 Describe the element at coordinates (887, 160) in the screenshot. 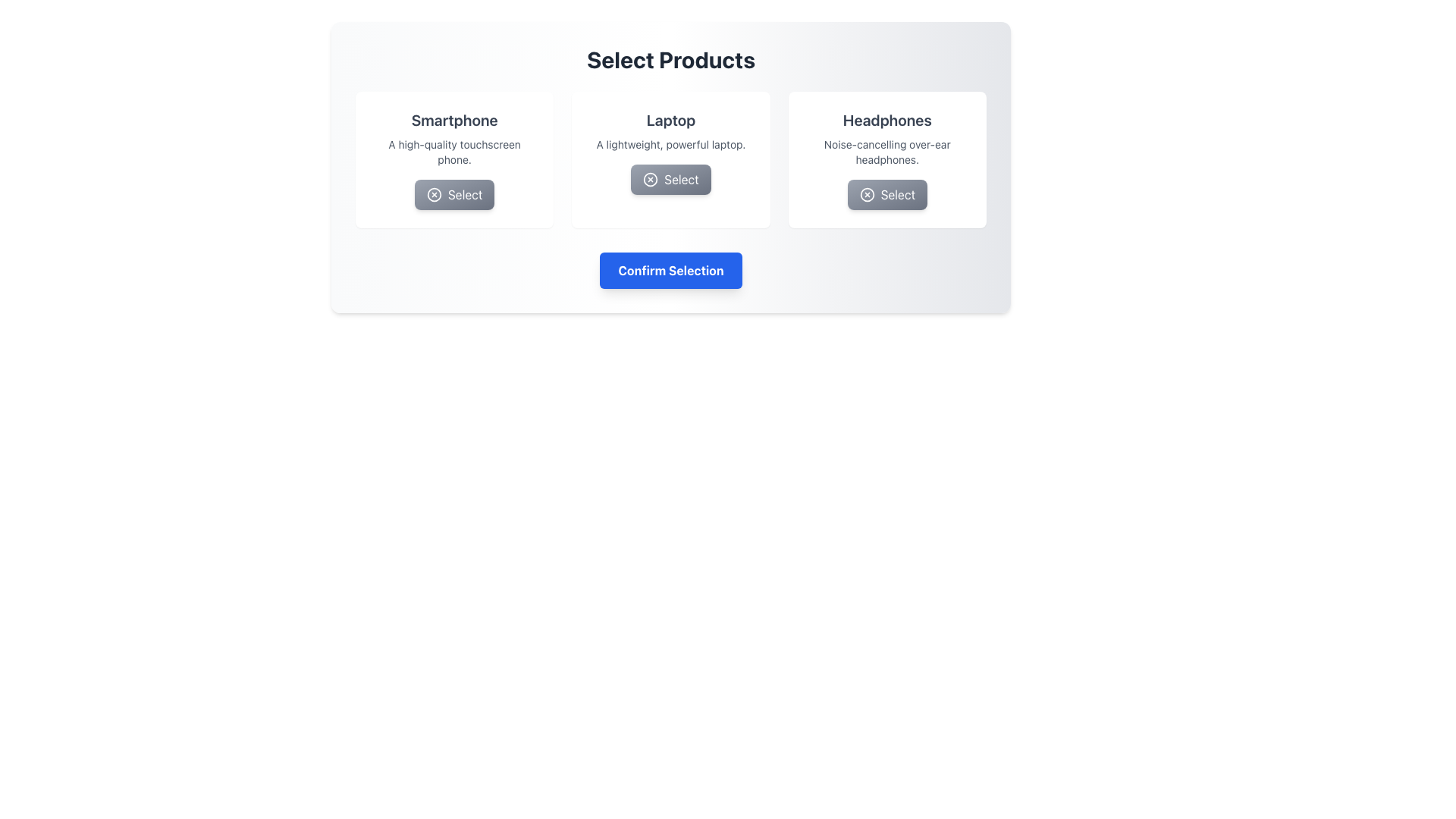

I see `the 'Select' button on the card featuring 'Headphones', which has a white background and is located in the third column of a three-column grid layout` at that location.